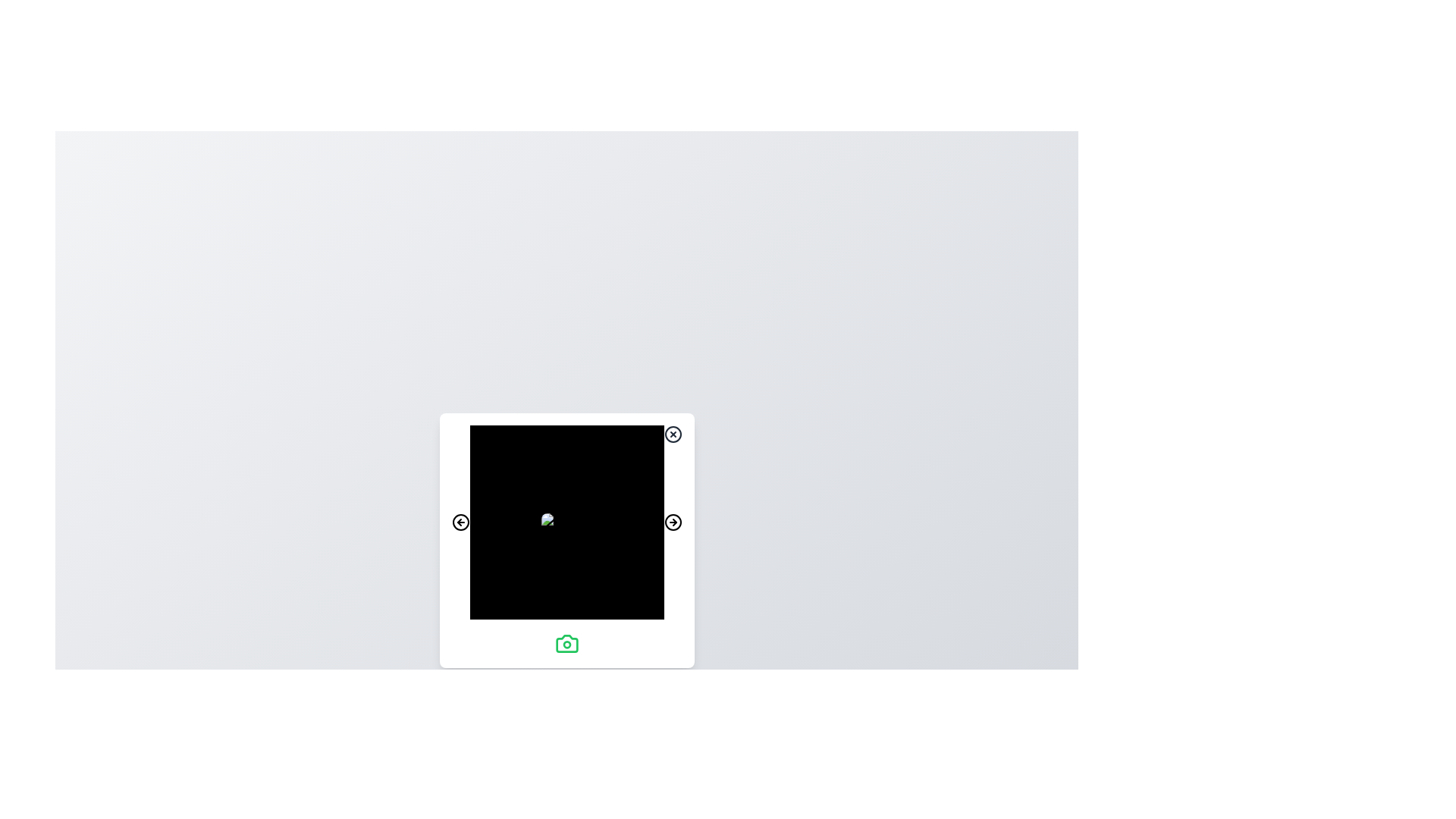 The height and width of the screenshot is (819, 1456). What do you see at coordinates (672, 522) in the screenshot?
I see `the circle SVG element that is part of the circular arrow icon on the right side of the modal view` at bounding box center [672, 522].